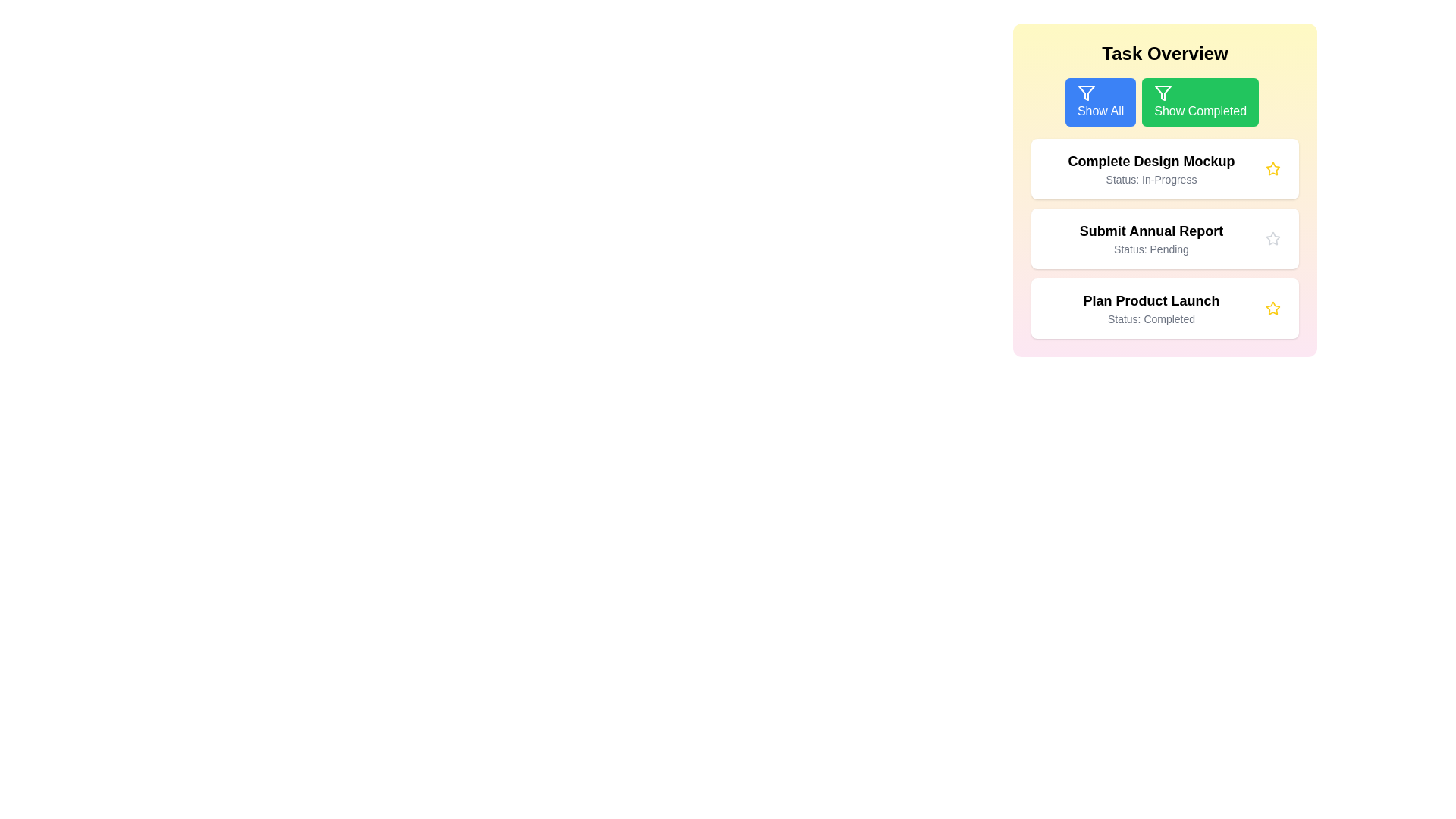 The width and height of the screenshot is (1456, 819). What do you see at coordinates (1200, 102) in the screenshot?
I see `the 'Show Completed' button to filter tasks` at bounding box center [1200, 102].